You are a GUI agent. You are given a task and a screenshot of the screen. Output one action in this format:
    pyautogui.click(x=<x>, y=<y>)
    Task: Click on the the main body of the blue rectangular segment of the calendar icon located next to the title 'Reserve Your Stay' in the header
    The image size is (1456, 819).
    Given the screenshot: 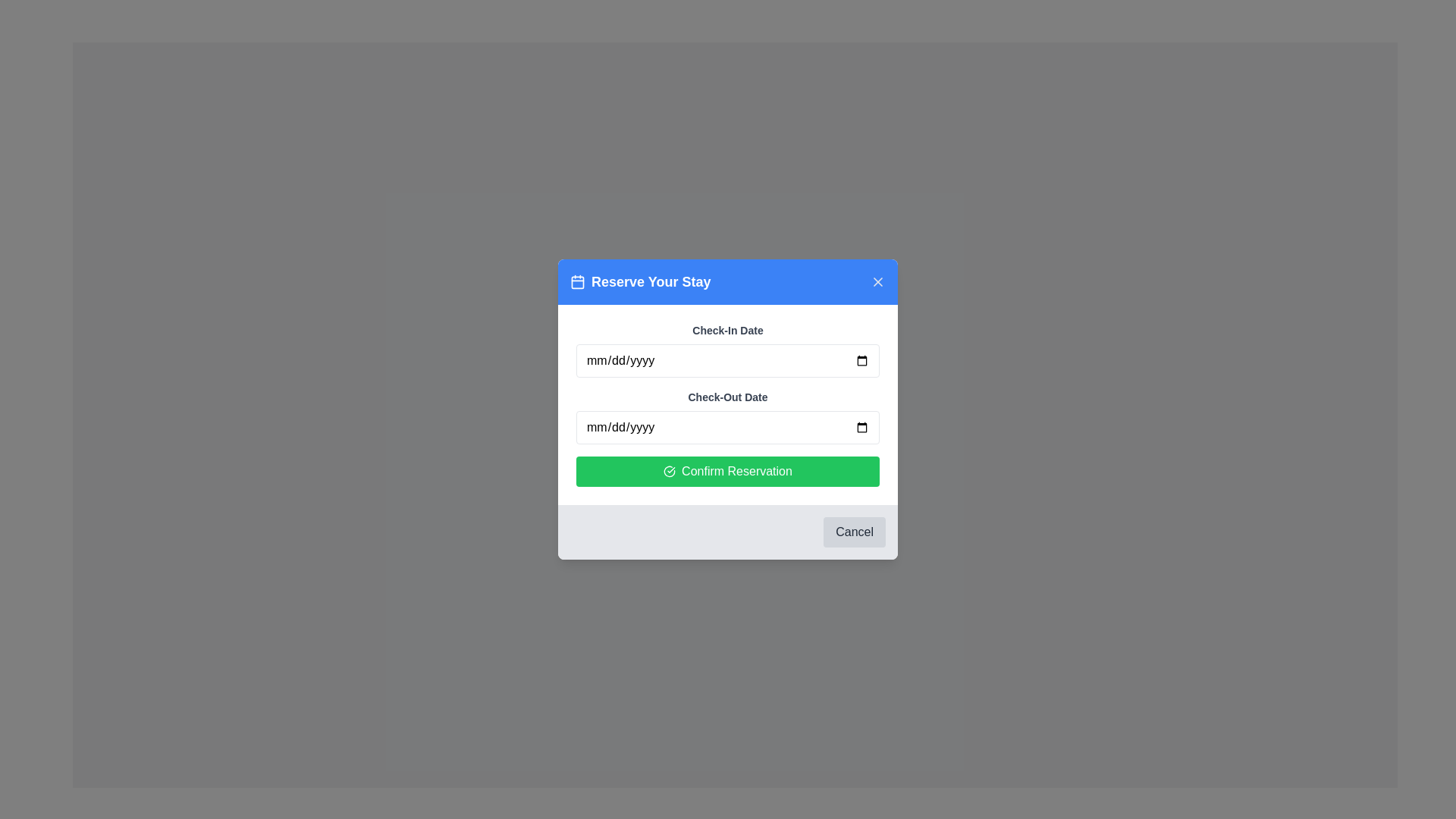 What is the action you would take?
    pyautogui.click(x=577, y=281)
    